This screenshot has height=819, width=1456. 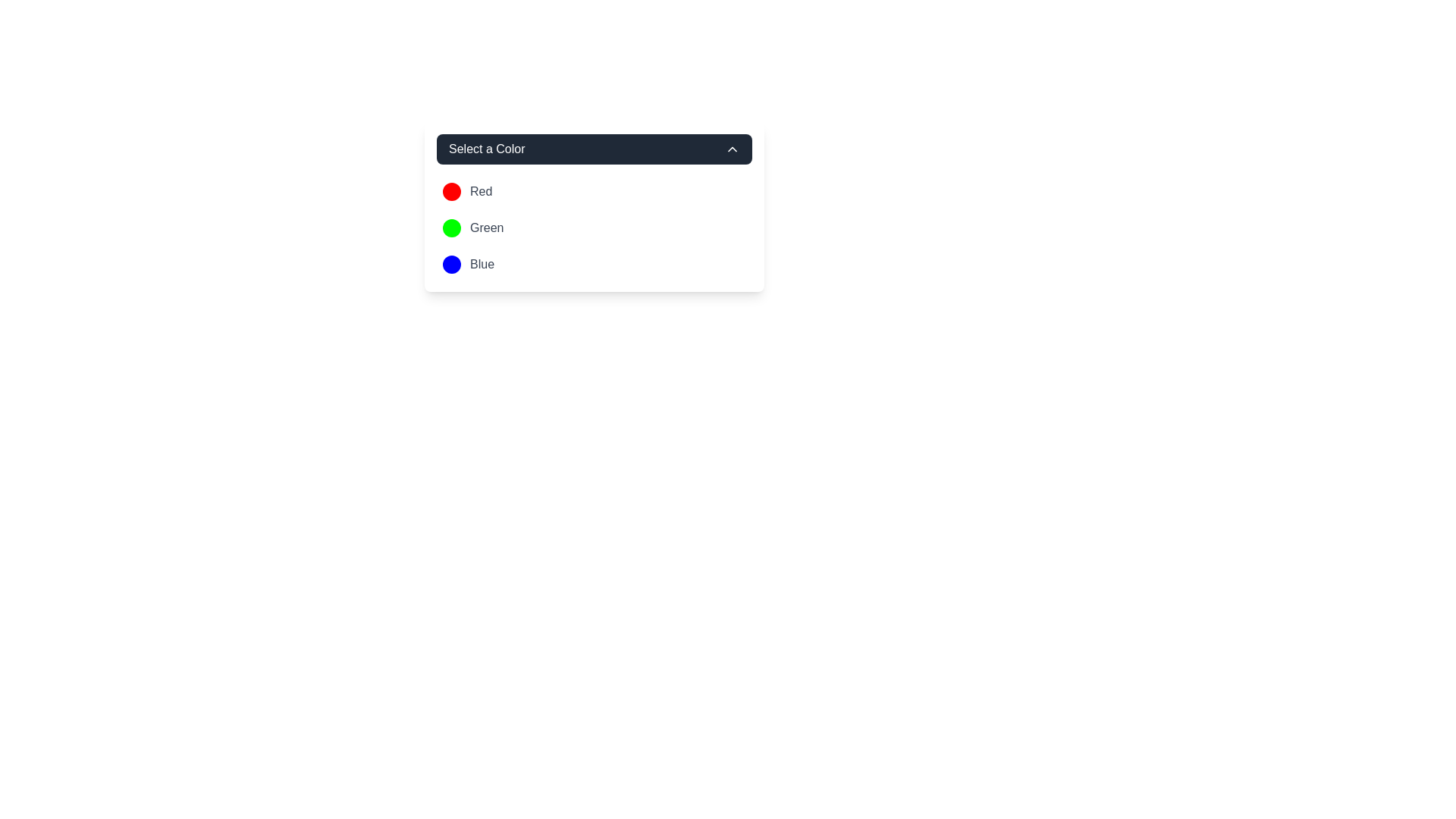 I want to click on the dropdown toggle button located at the top of the white card component, so click(x=593, y=149).